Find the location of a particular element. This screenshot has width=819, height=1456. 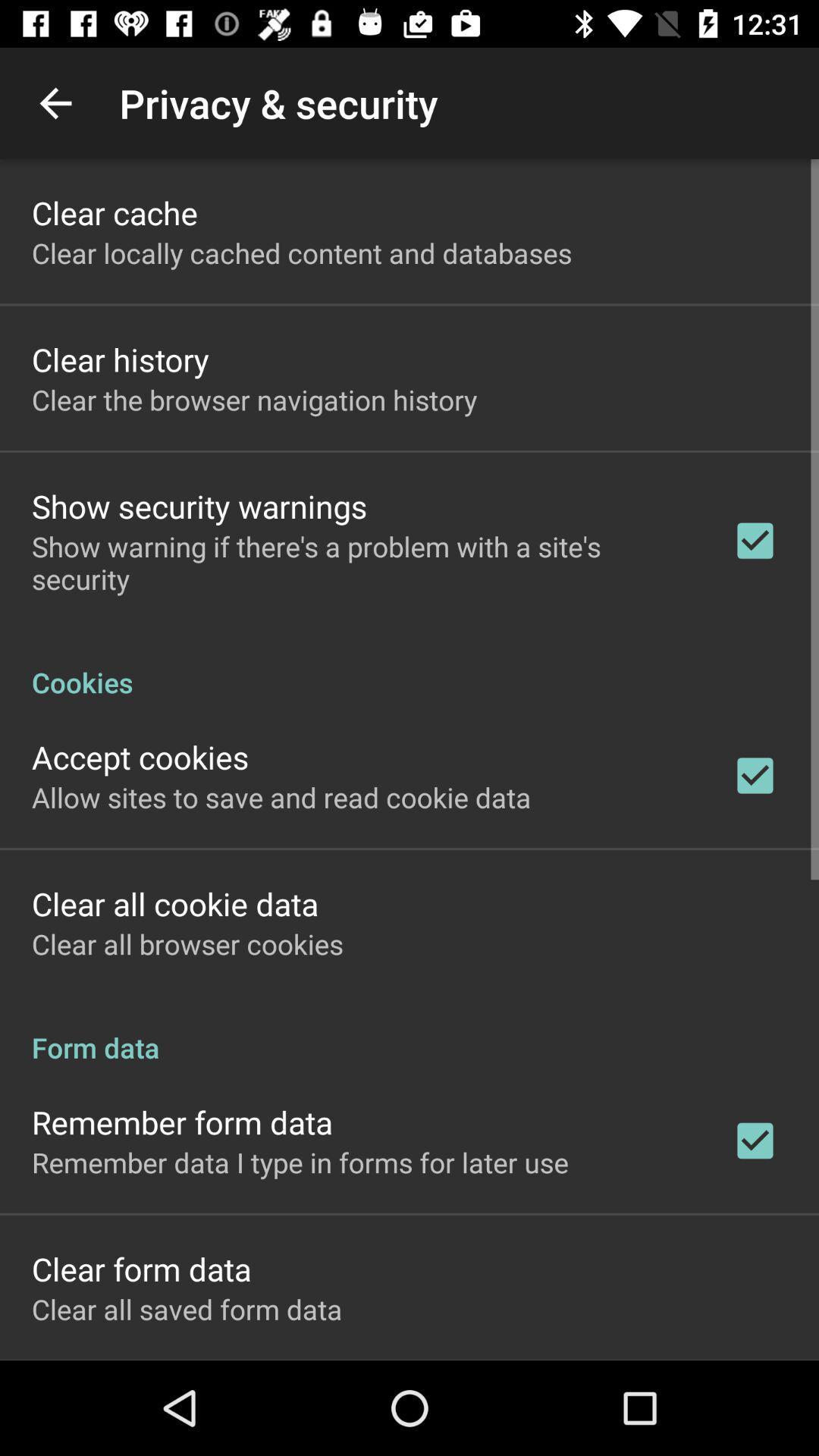

show warning if icon is located at coordinates (362, 562).